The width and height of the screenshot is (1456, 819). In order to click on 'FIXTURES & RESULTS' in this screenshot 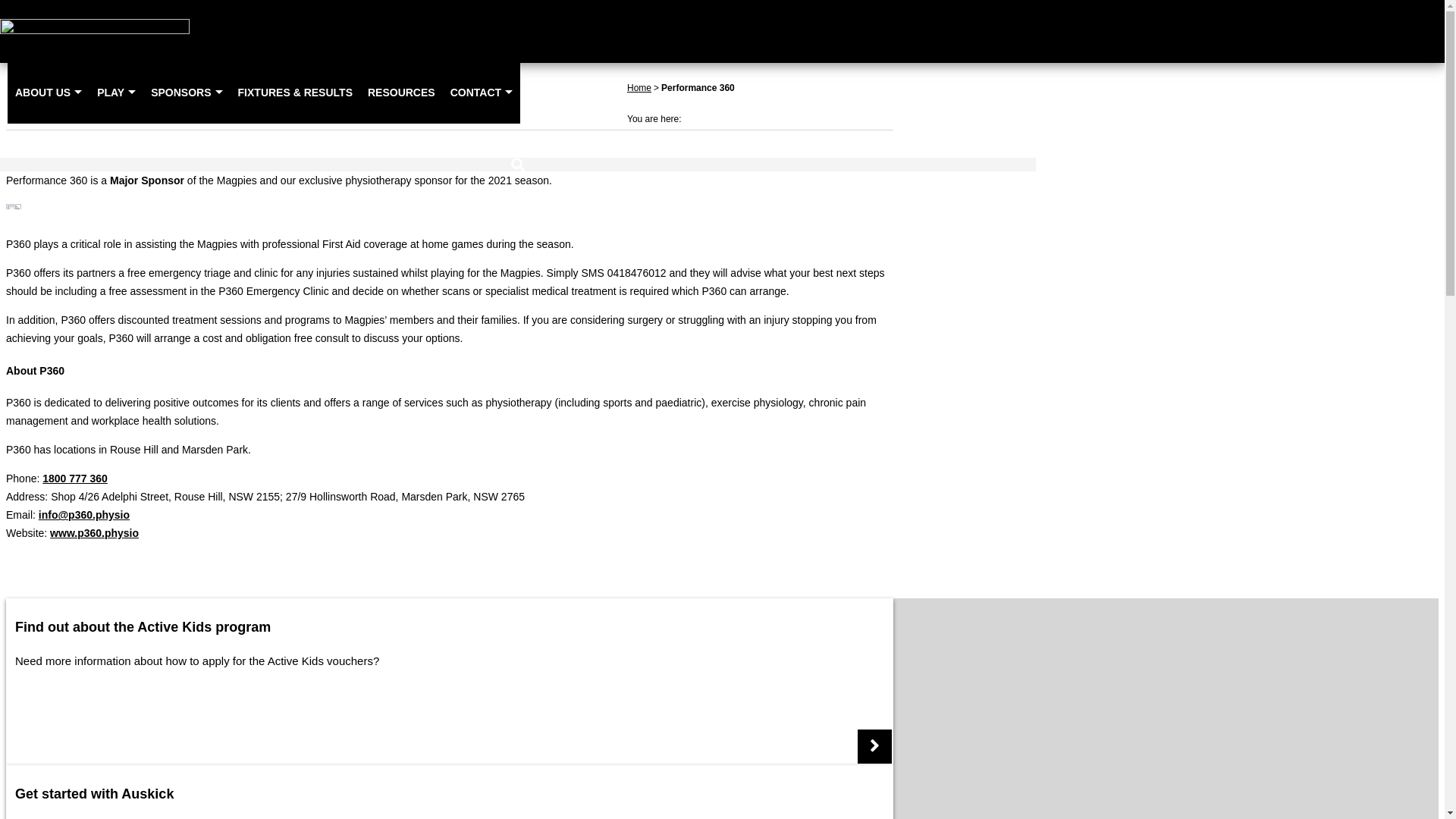, I will do `click(295, 92)`.